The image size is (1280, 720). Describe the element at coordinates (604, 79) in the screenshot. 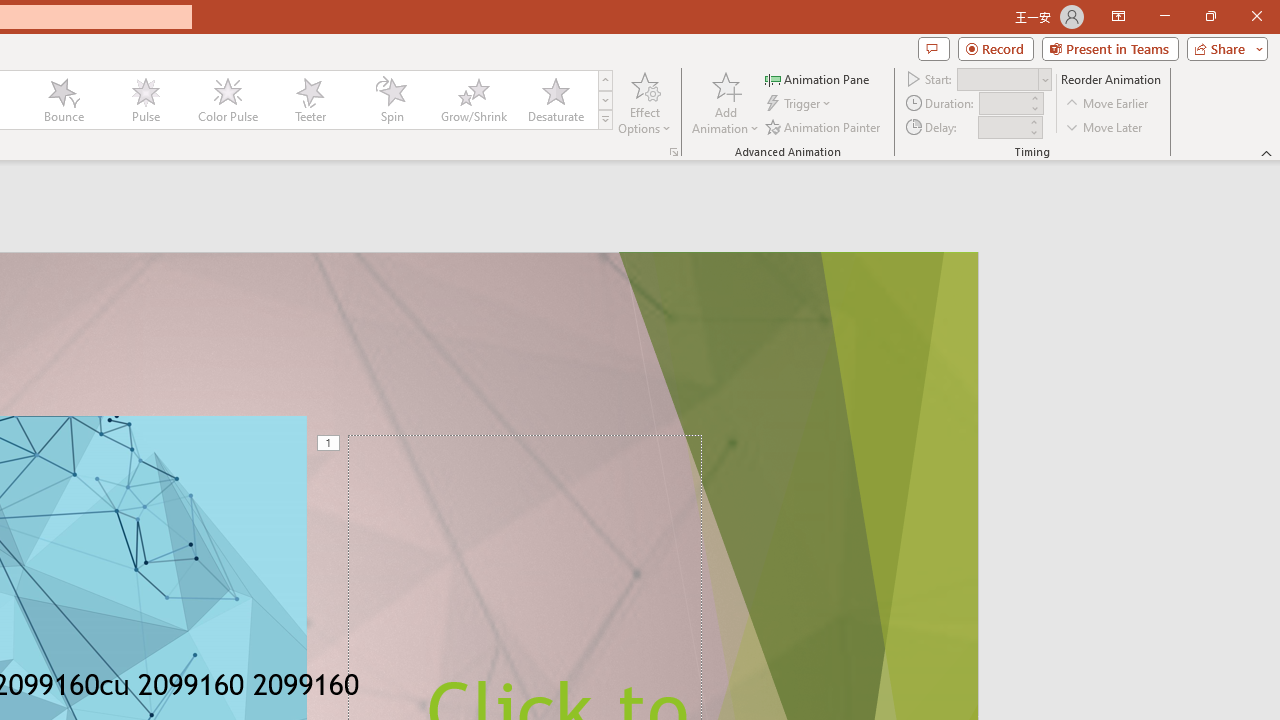

I see `'Row up'` at that location.